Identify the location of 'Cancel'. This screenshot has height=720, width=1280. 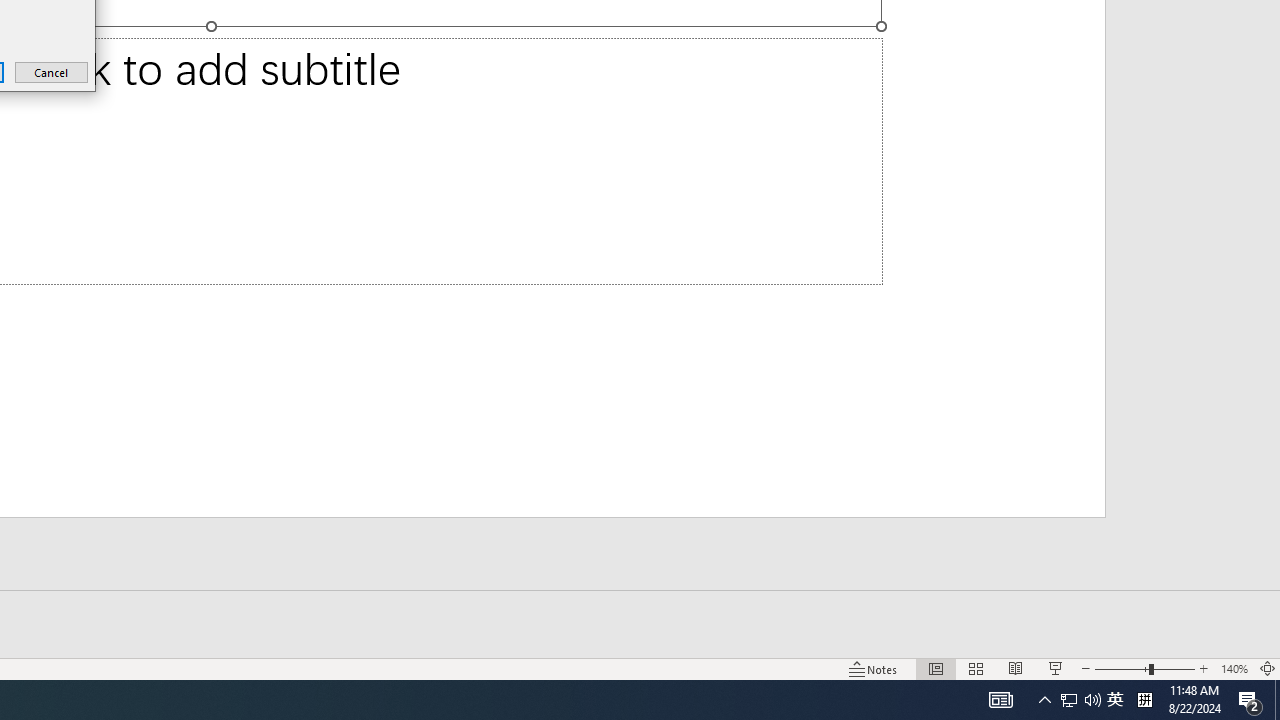
(51, 71).